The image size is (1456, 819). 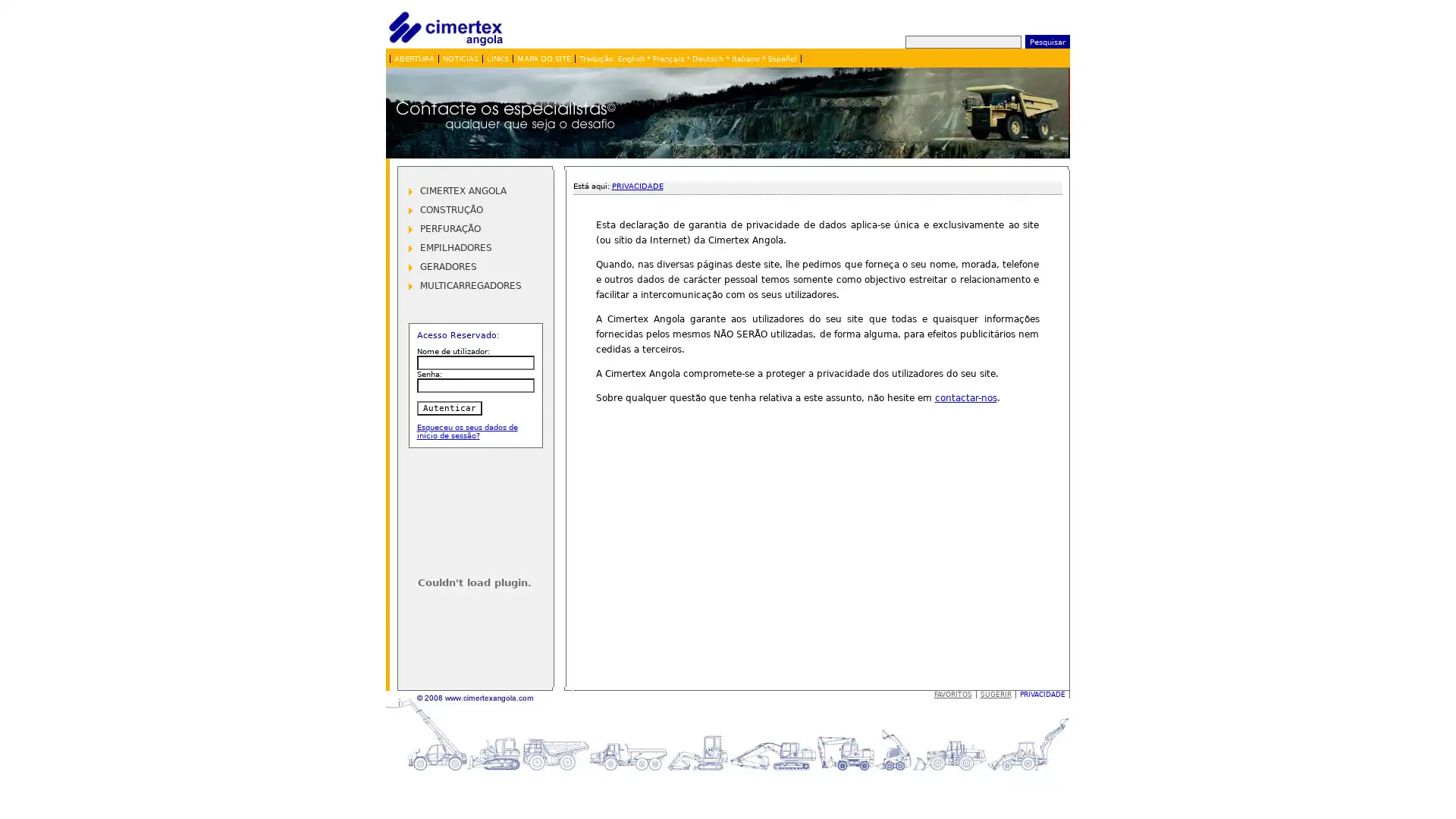 I want to click on Pesquisar, so click(x=1046, y=40).